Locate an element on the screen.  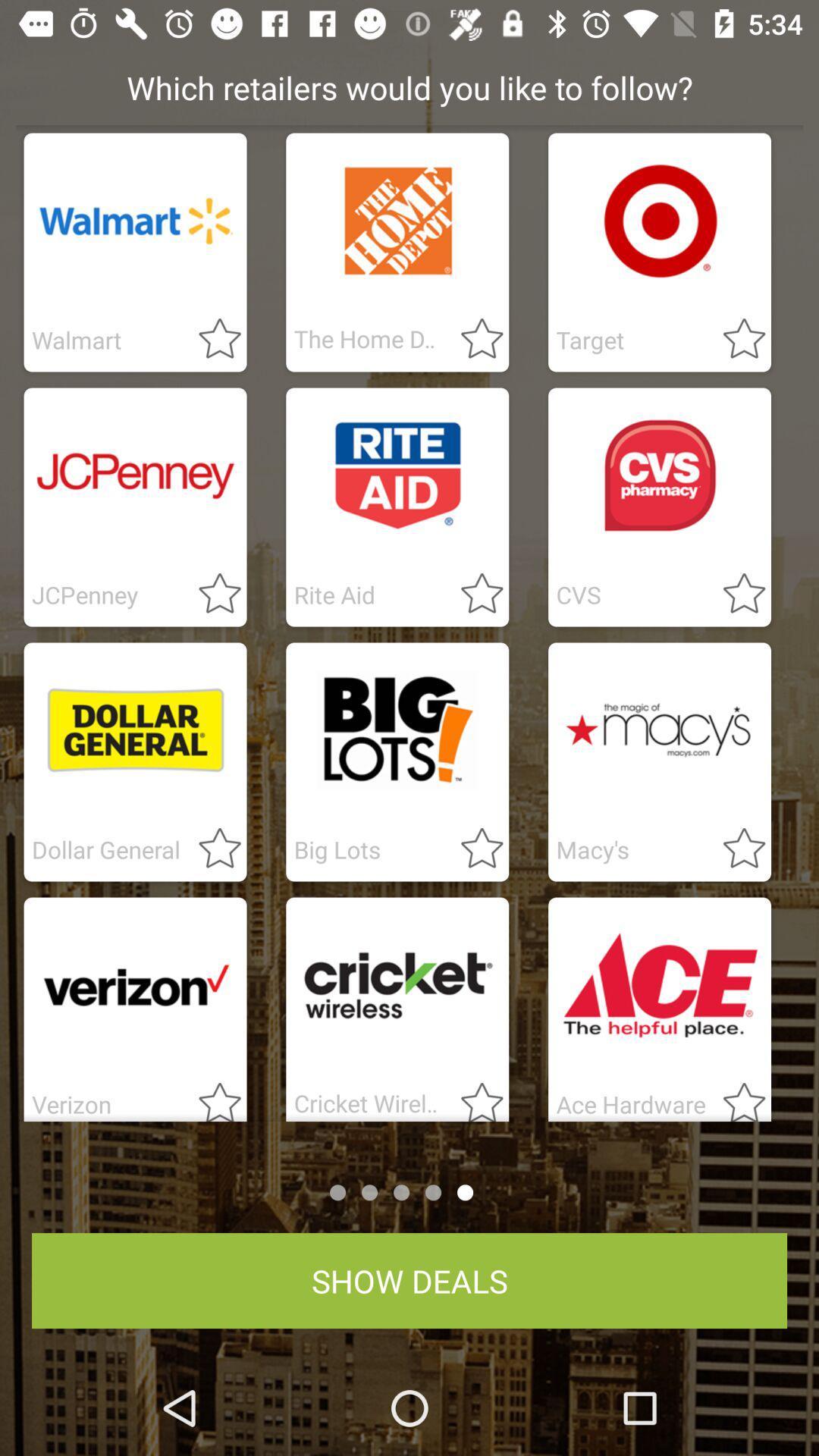
follow this retailer is located at coordinates (211, 594).